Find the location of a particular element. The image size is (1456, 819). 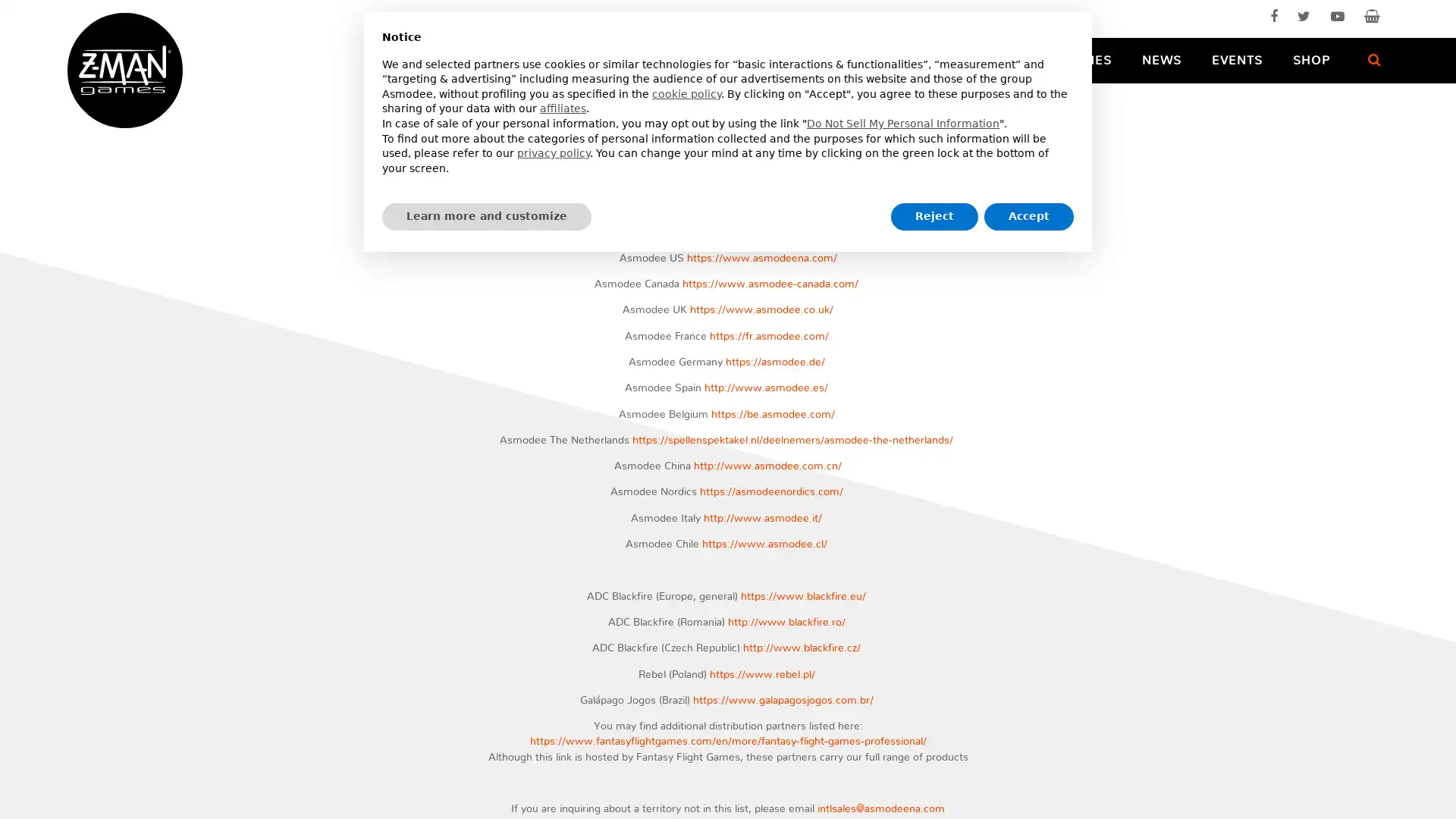

Accept is located at coordinates (1029, 216).